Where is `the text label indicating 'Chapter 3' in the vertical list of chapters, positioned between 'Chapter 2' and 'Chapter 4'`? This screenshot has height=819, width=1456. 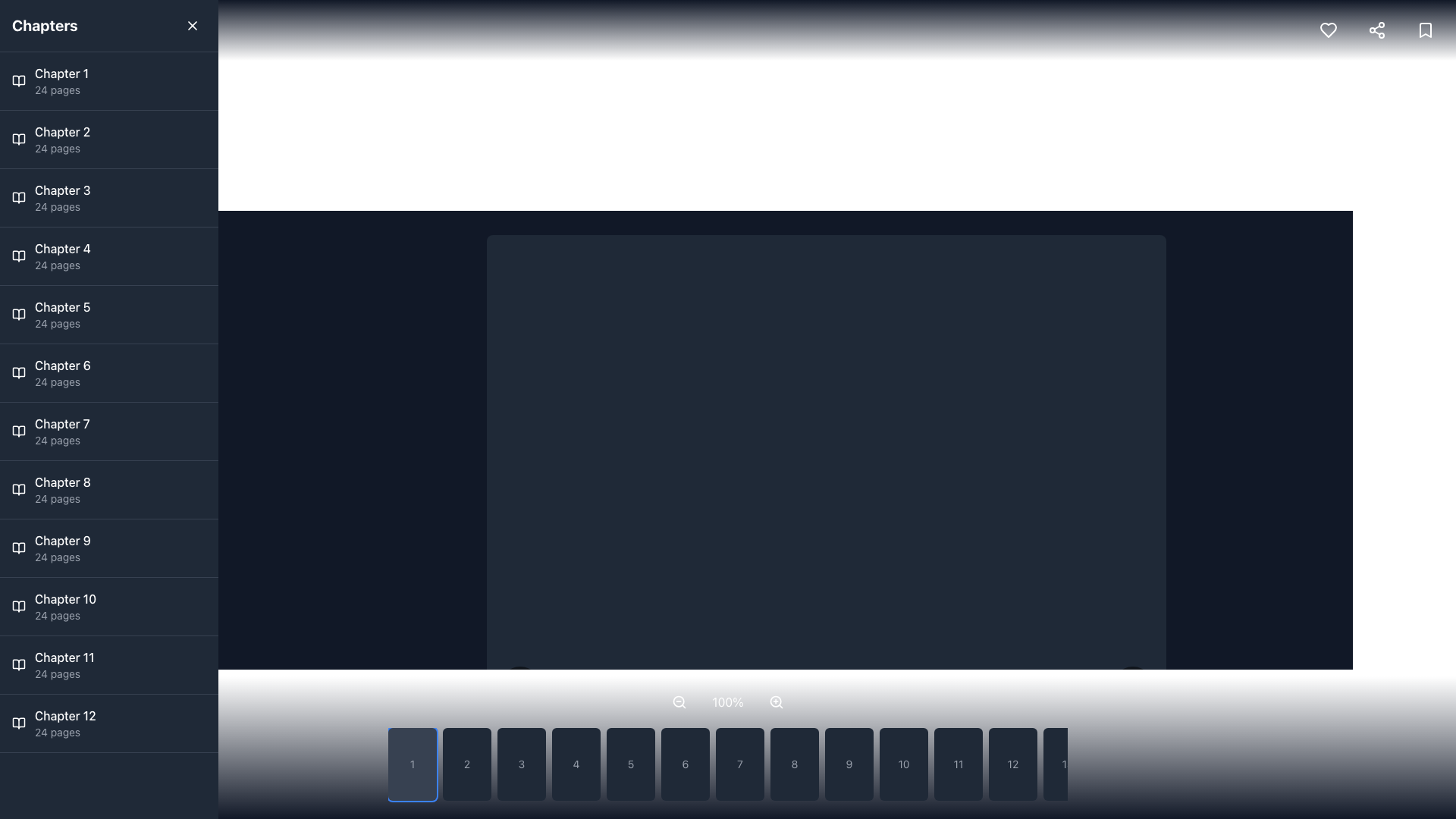
the text label indicating 'Chapter 3' in the vertical list of chapters, positioned between 'Chapter 2' and 'Chapter 4' is located at coordinates (61, 189).